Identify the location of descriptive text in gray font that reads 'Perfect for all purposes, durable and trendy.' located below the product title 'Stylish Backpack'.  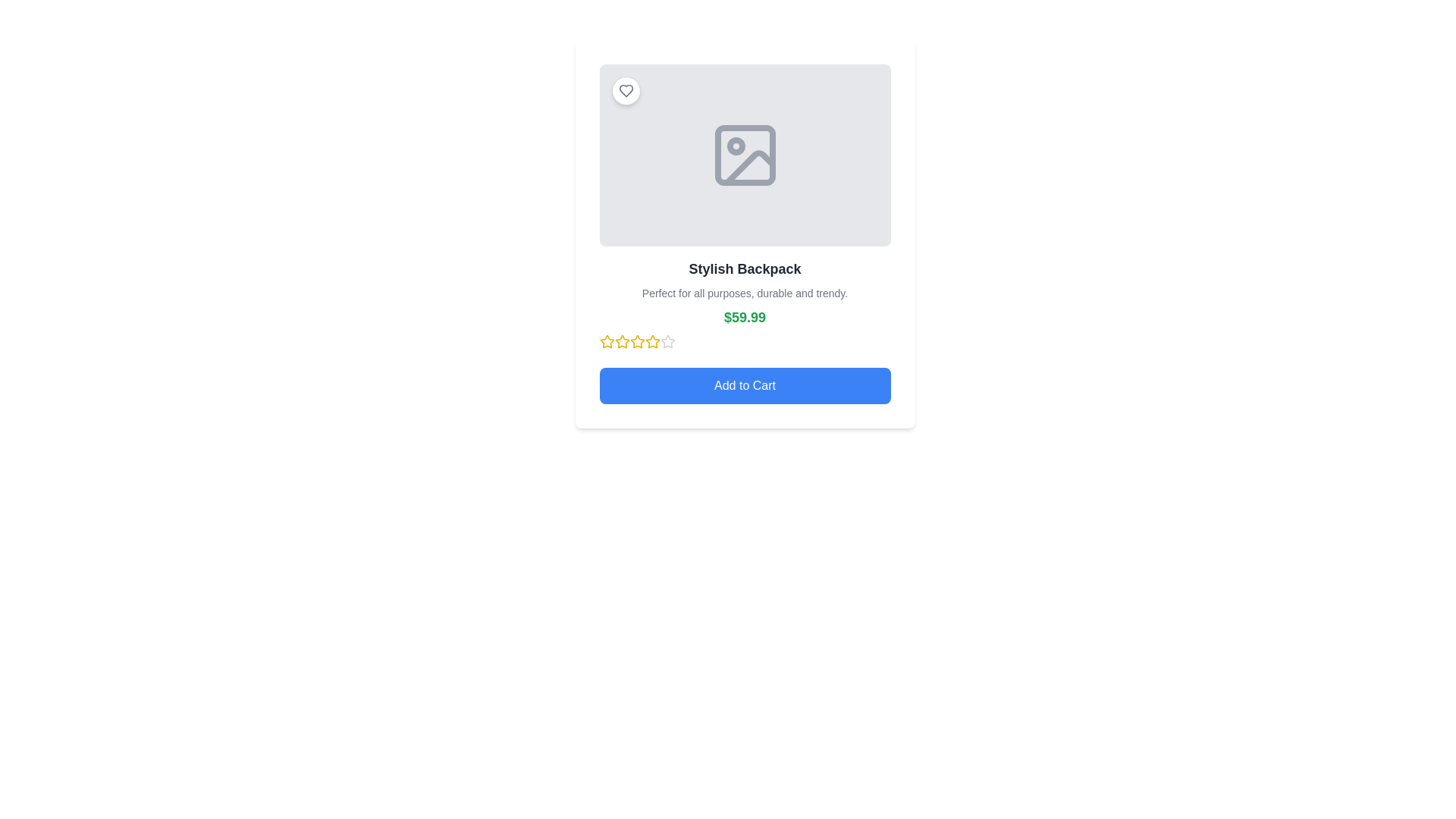
(745, 293).